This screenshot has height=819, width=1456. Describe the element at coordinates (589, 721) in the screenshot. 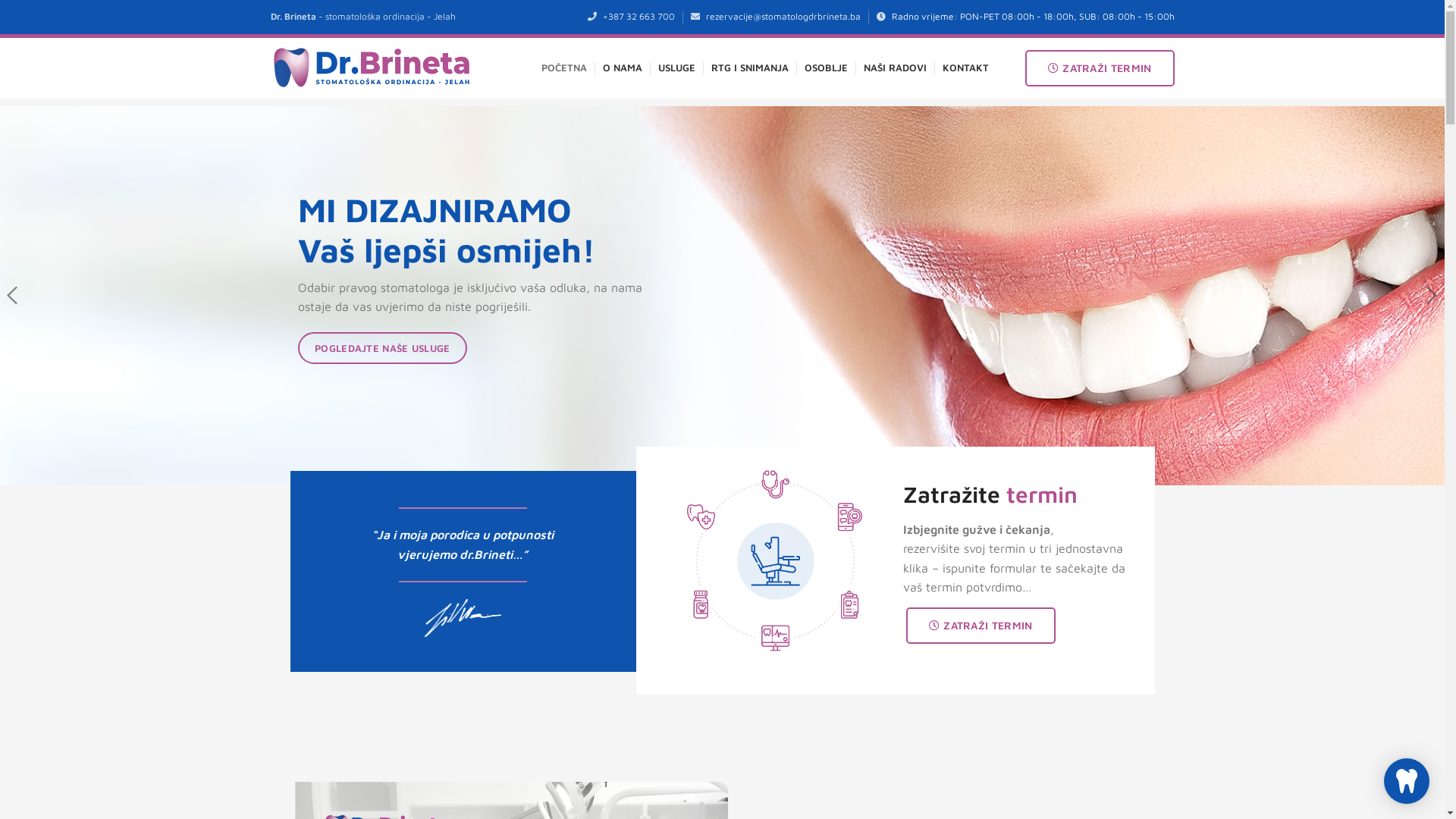

I see `'KONTAKT'` at that location.